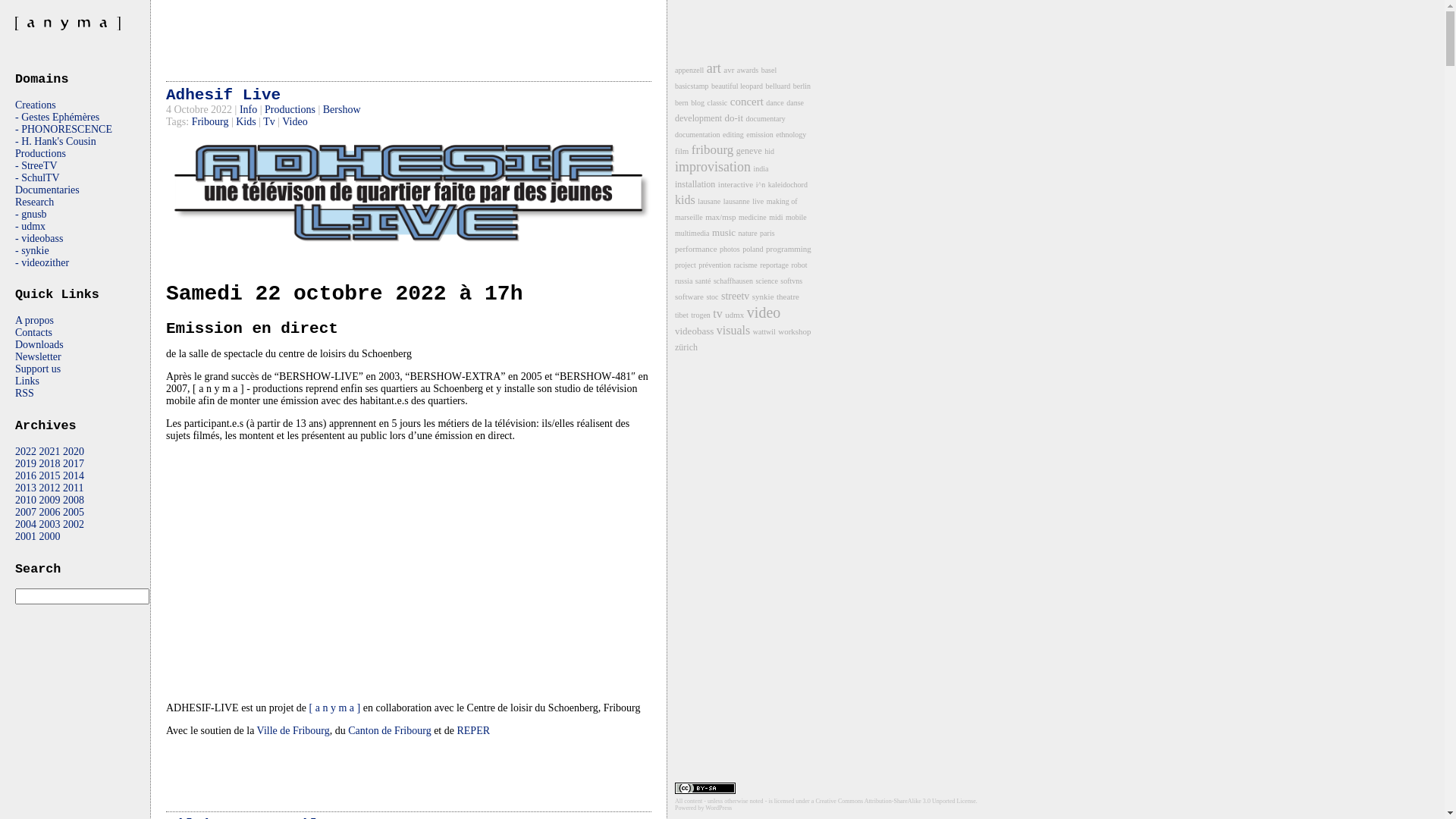 The width and height of the screenshot is (1456, 819). Describe the element at coordinates (752, 217) in the screenshot. I see `'medicine'` at that location.